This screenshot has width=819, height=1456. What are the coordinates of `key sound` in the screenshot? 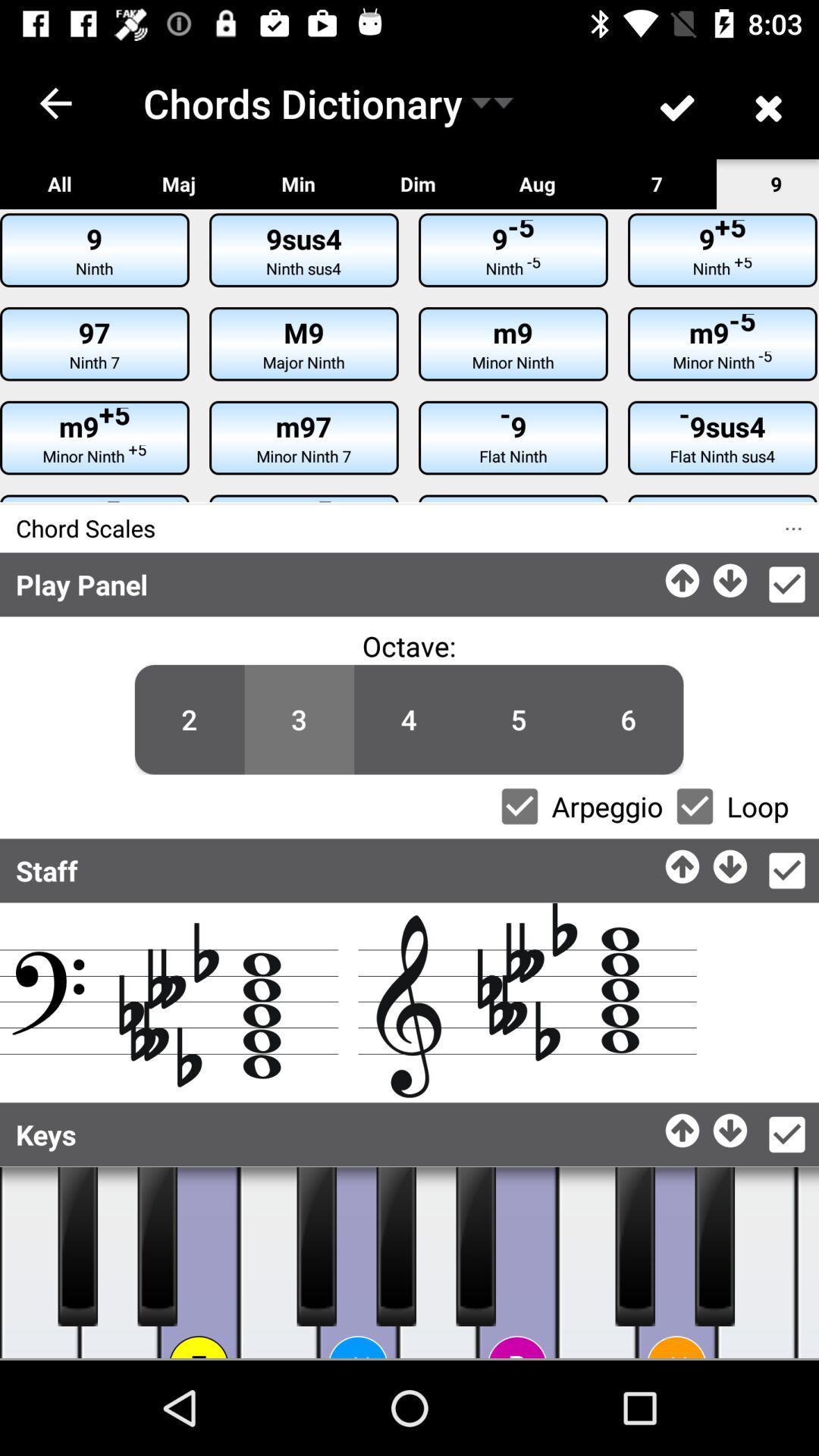 It's located at (516, 1263).